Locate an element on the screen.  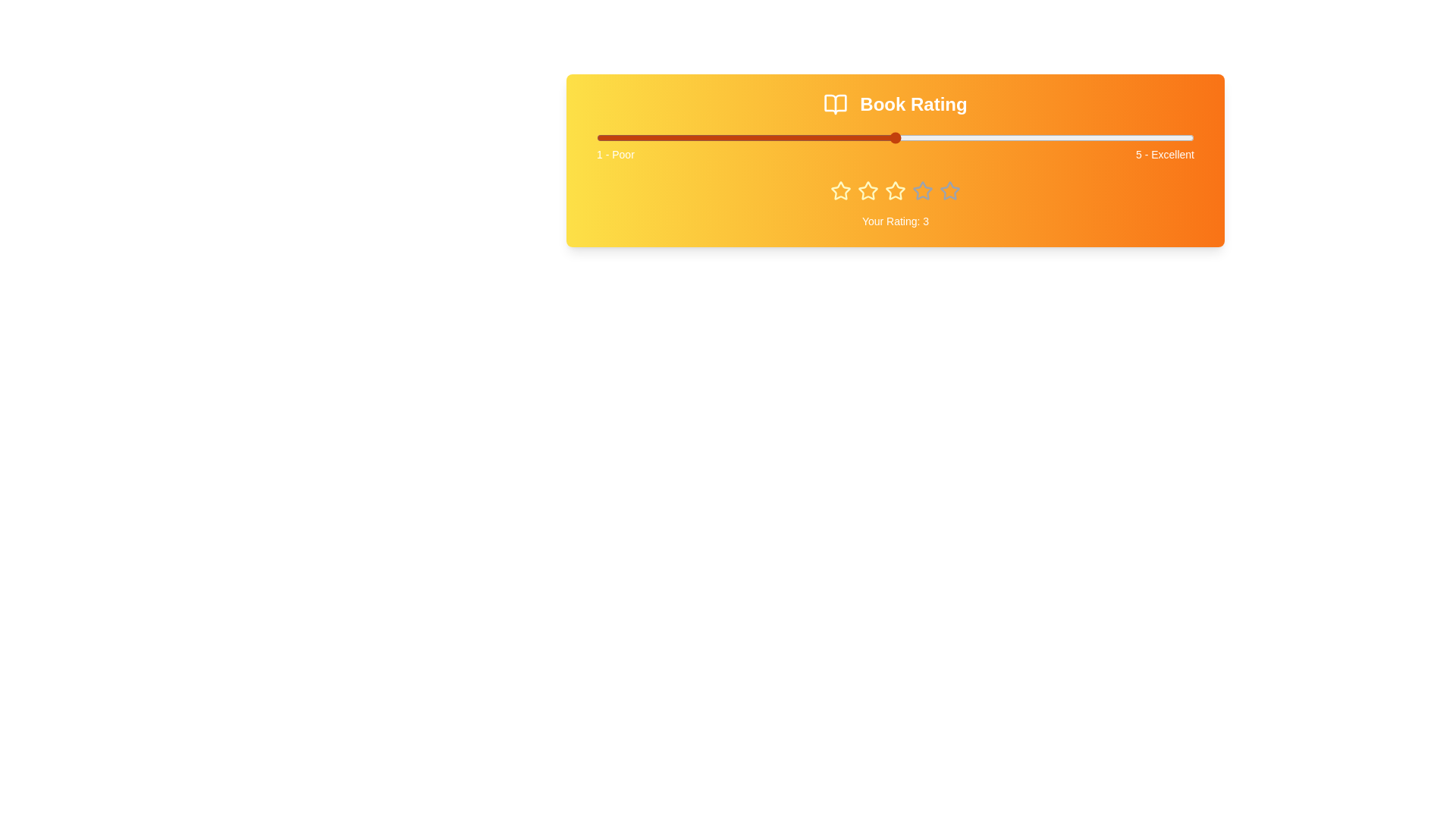
the first star icon with a yellow outline and filled color in the 'Your Rating' section is located at coordinates (839, 190).